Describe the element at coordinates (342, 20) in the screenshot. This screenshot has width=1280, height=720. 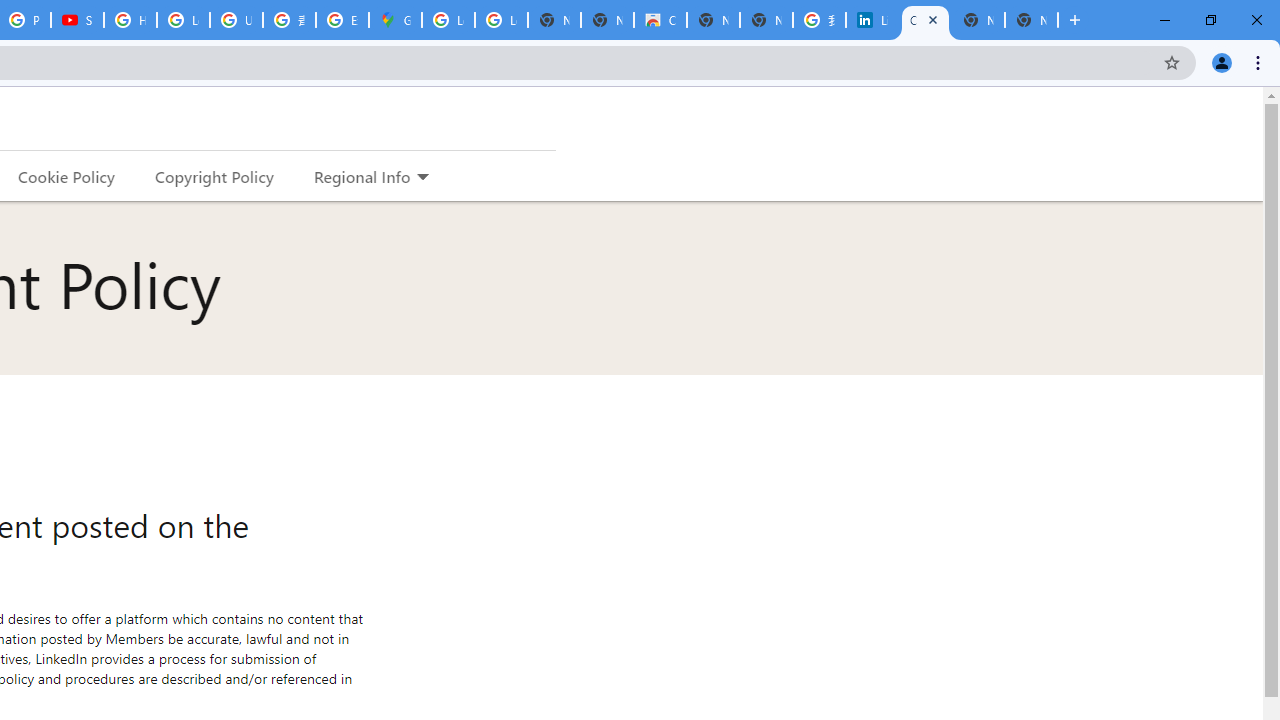
I see `'Explore new street-level details - Google Maps Help'` at that location.